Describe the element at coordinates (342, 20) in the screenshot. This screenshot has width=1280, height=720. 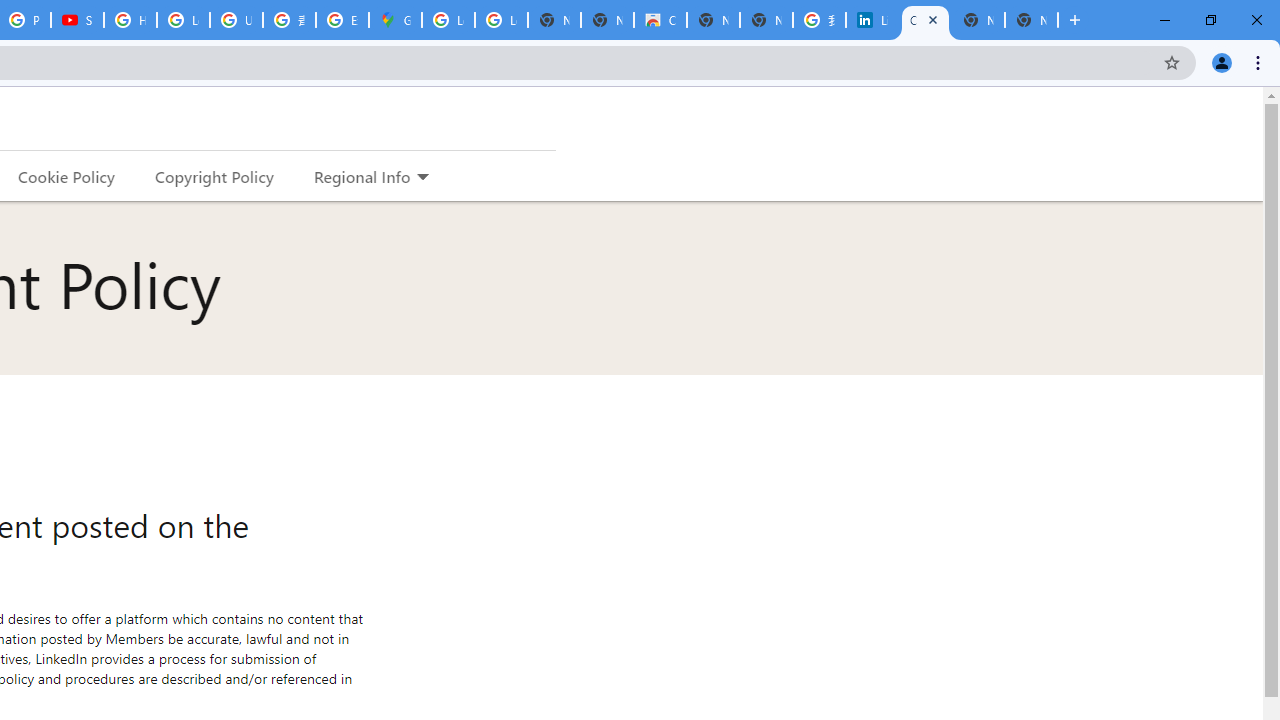
I see `'Explore new street-level details - Google Maps Help'` at that location.